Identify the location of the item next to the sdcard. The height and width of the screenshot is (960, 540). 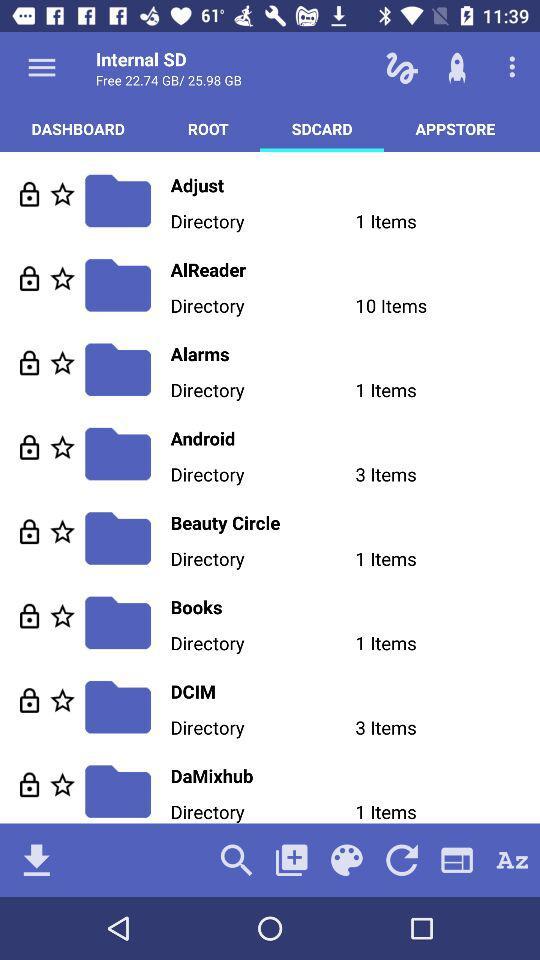
(207, 127).